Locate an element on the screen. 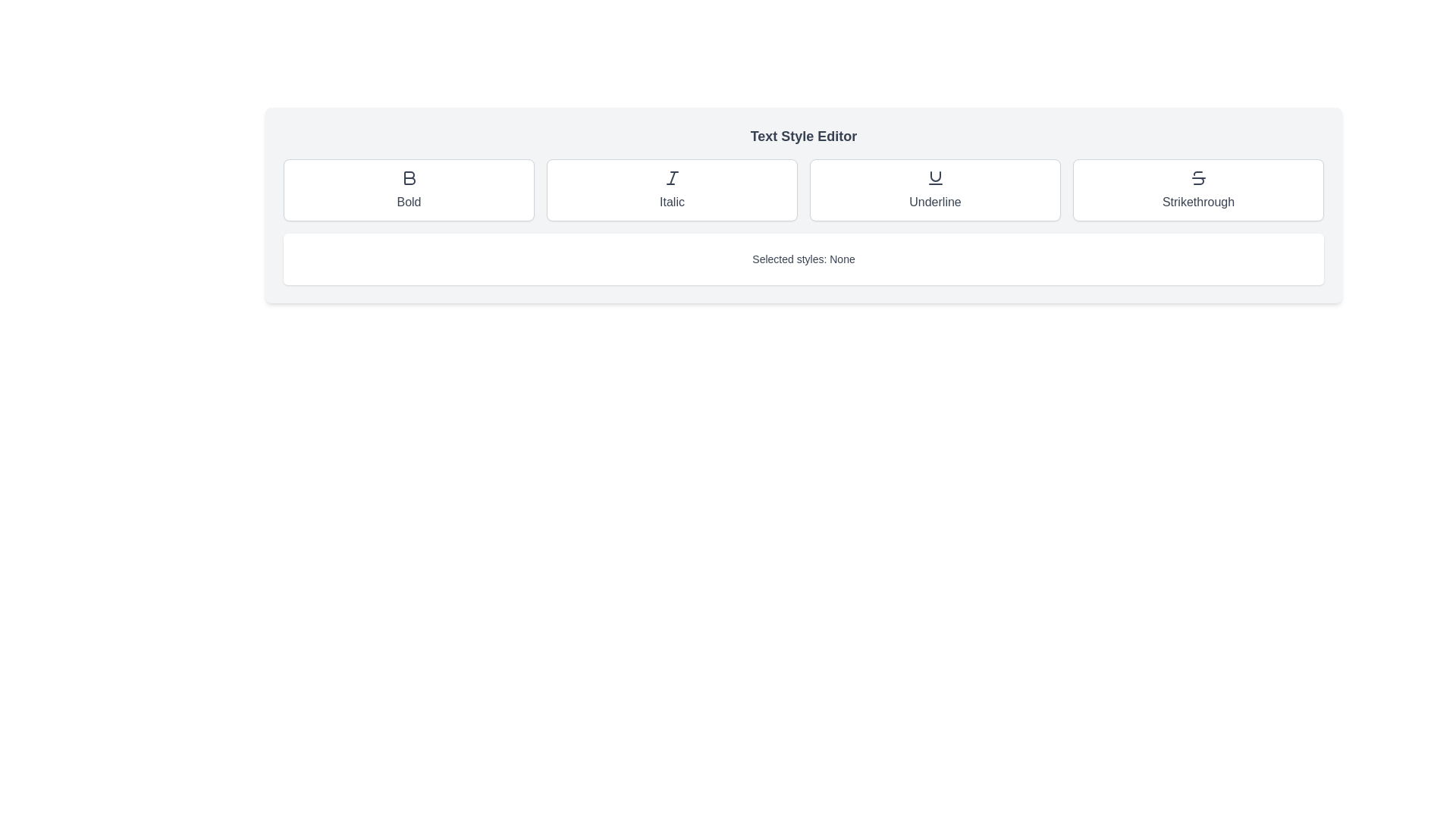 The width and height of the screenshot is (1456, 819). the stylized 'I' icon within the 'Italic' button is located at coordinates (671, 177).